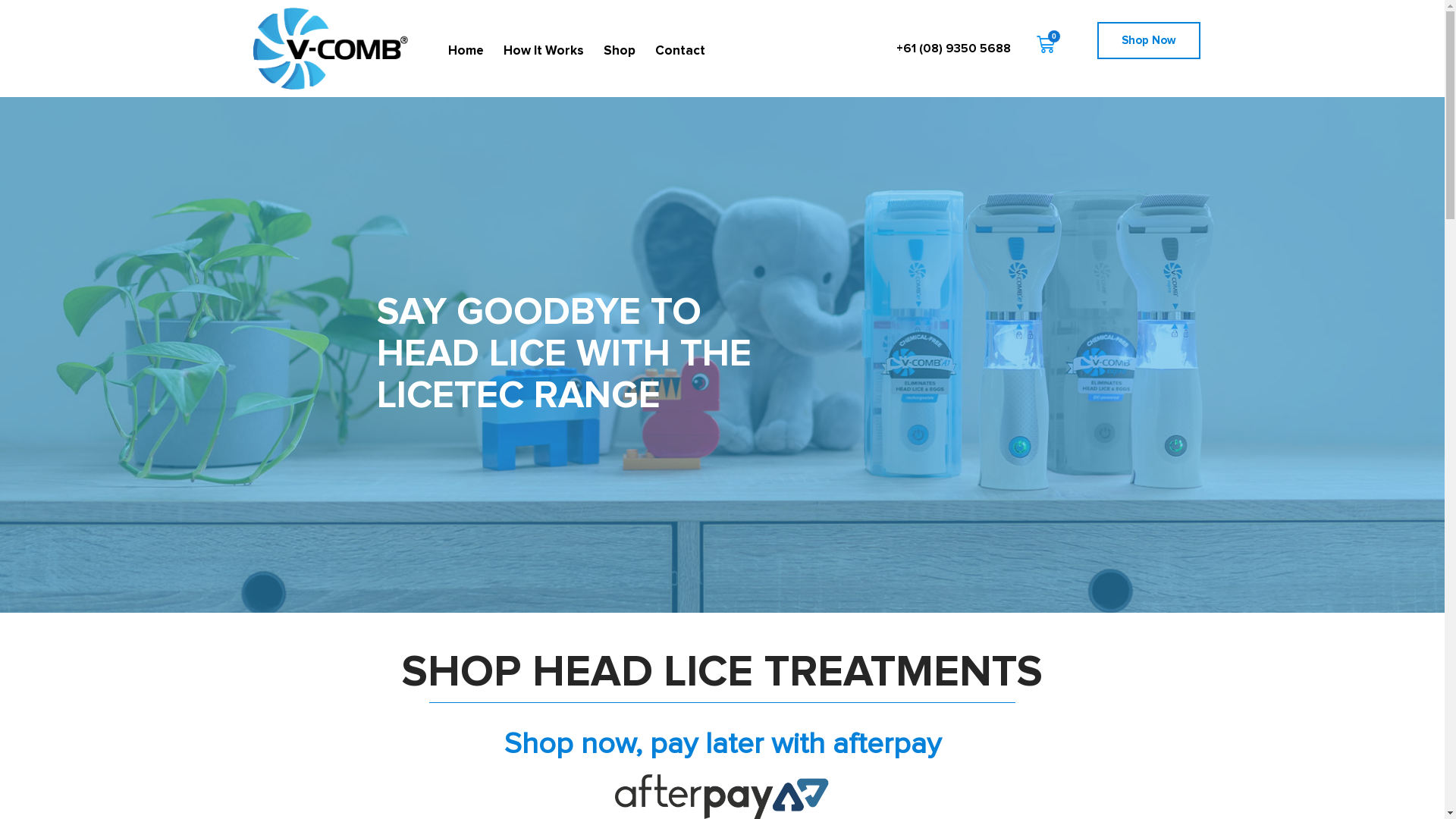  Describe the element at coordinates (592, 51) in the screenshot. I see `'Shop'` at that location.